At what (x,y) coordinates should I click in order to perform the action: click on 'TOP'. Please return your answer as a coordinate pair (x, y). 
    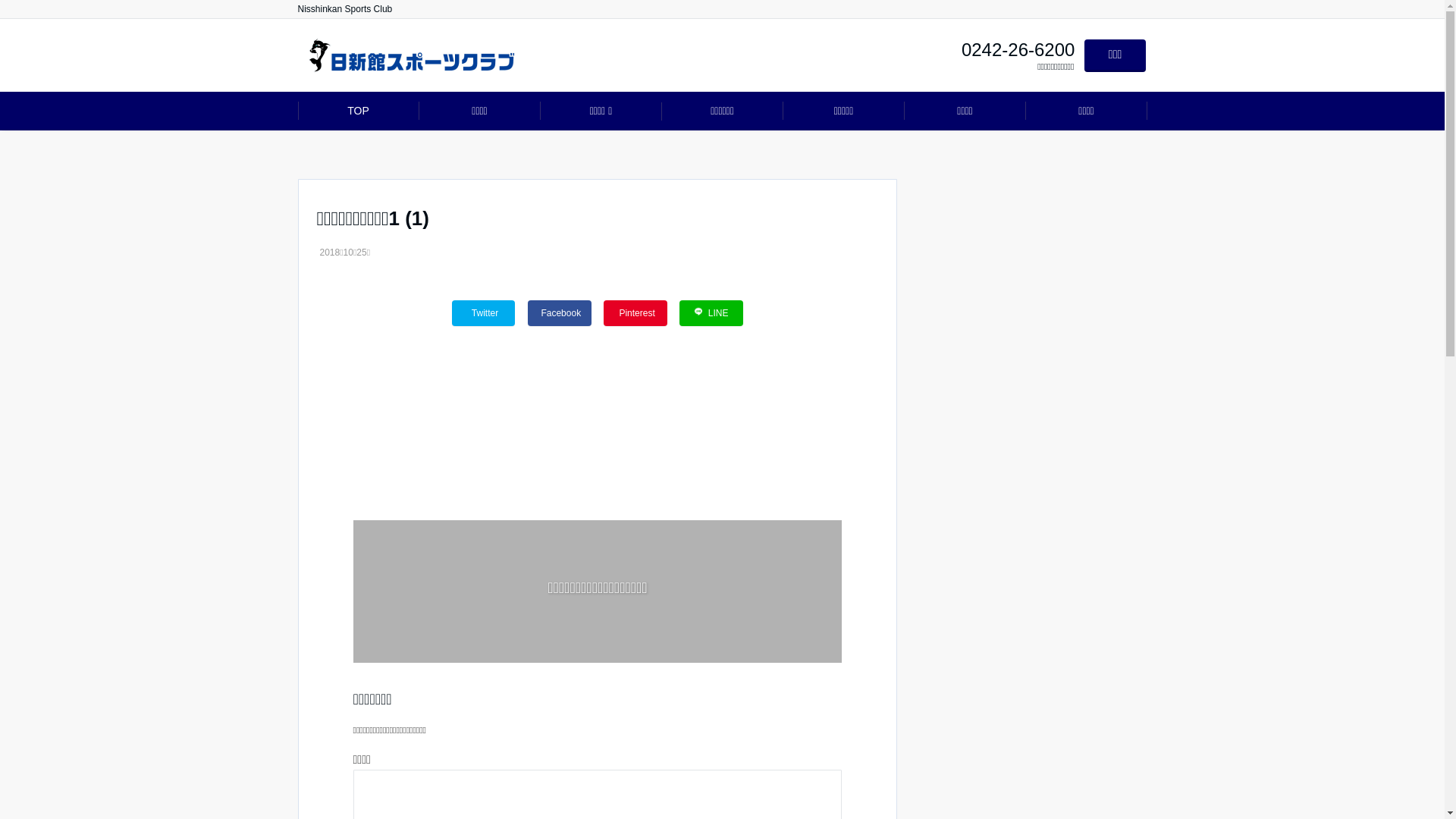
    Looking at the image, I should click on (356, 110).